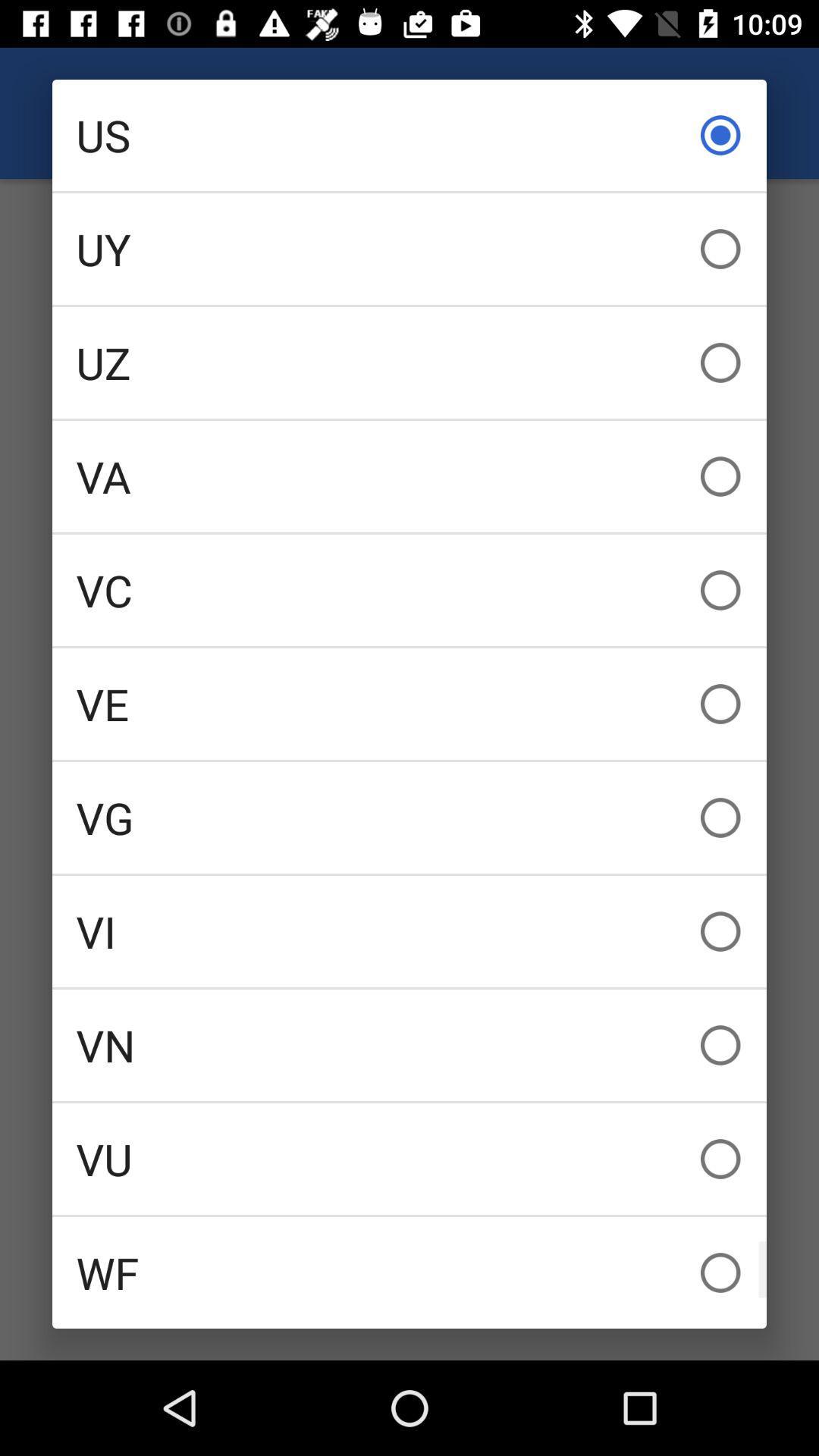  I want to click on uz item, so click(409, 362).